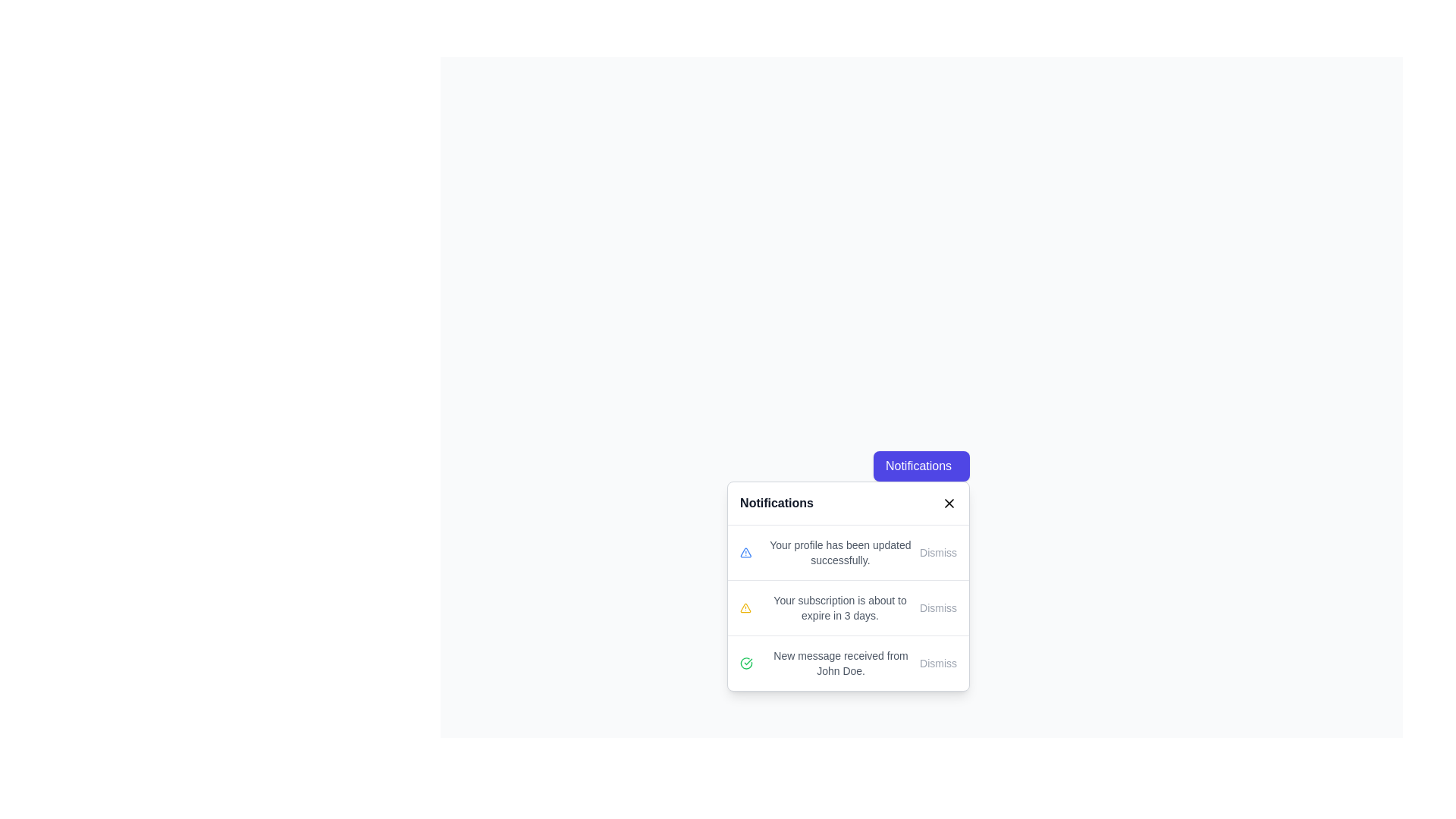 Image resolution: width=1456 pixels, height=819 pixels. I want to click on the triangular warning symbol with a yellow border located in the notifications pop-up box, adjacent to the message indicating 'Your profile has been updated successfully.', so click(745, 607).